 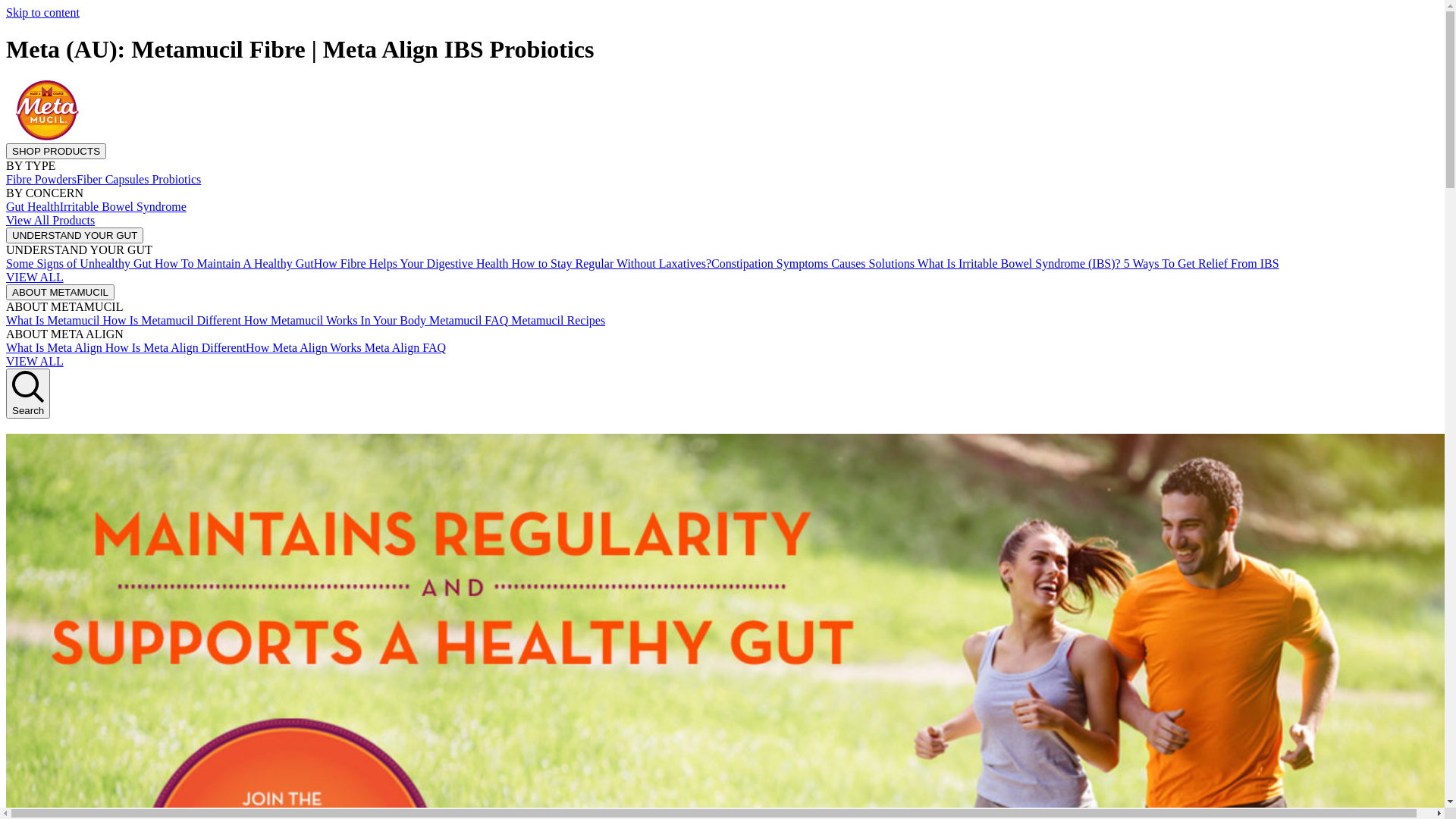 I want to click on 'How Fibre Helps Your Digestive Health', so click(x=411, y=262).